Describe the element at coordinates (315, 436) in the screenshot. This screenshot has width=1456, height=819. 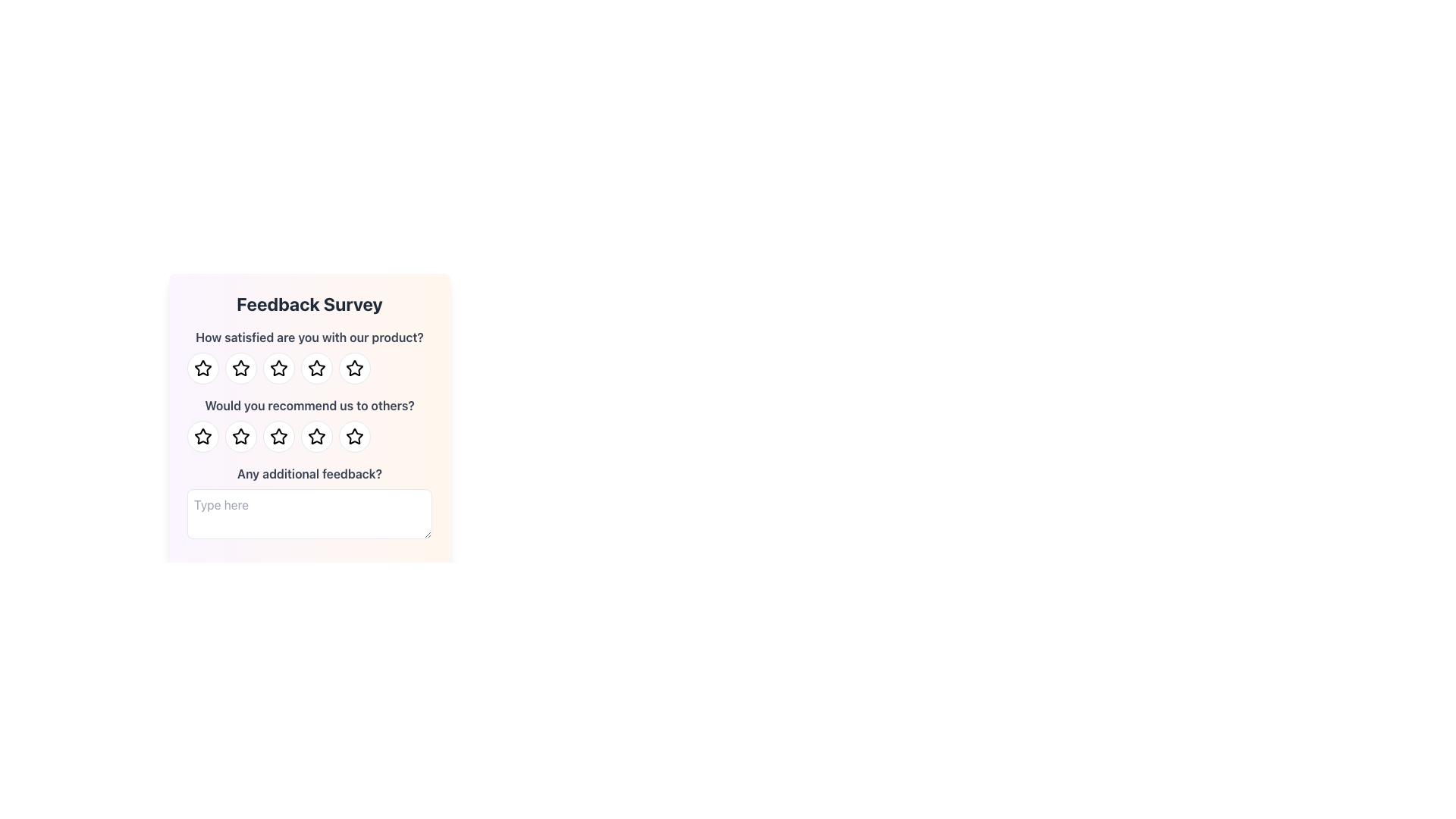
I see `the fourth star in the rating system under the question 'Would you recommend us to others?'` at that location.